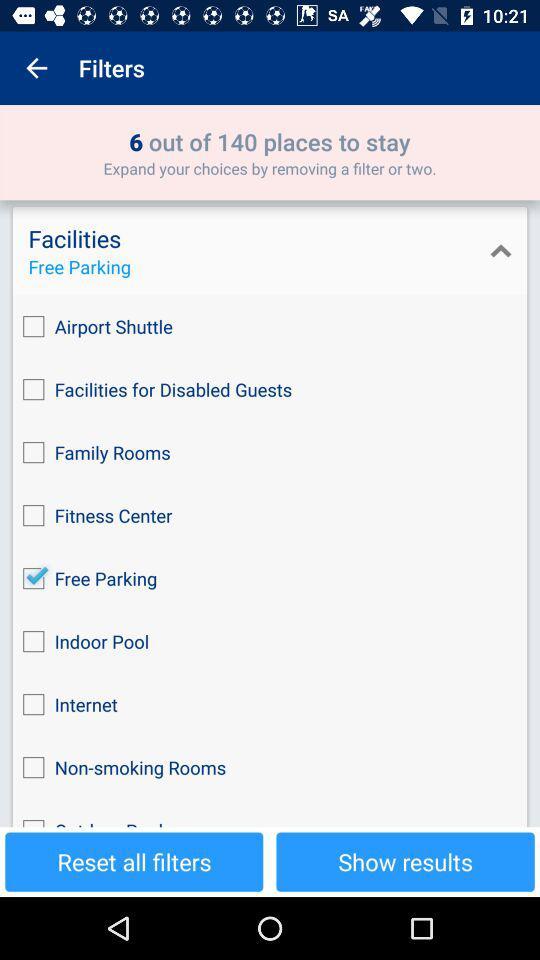 This screenshot has height=960, width=540. Describe the element at coordinates (270, 388) in the screenshot. I see `the facilities for disabled icon` at that location.